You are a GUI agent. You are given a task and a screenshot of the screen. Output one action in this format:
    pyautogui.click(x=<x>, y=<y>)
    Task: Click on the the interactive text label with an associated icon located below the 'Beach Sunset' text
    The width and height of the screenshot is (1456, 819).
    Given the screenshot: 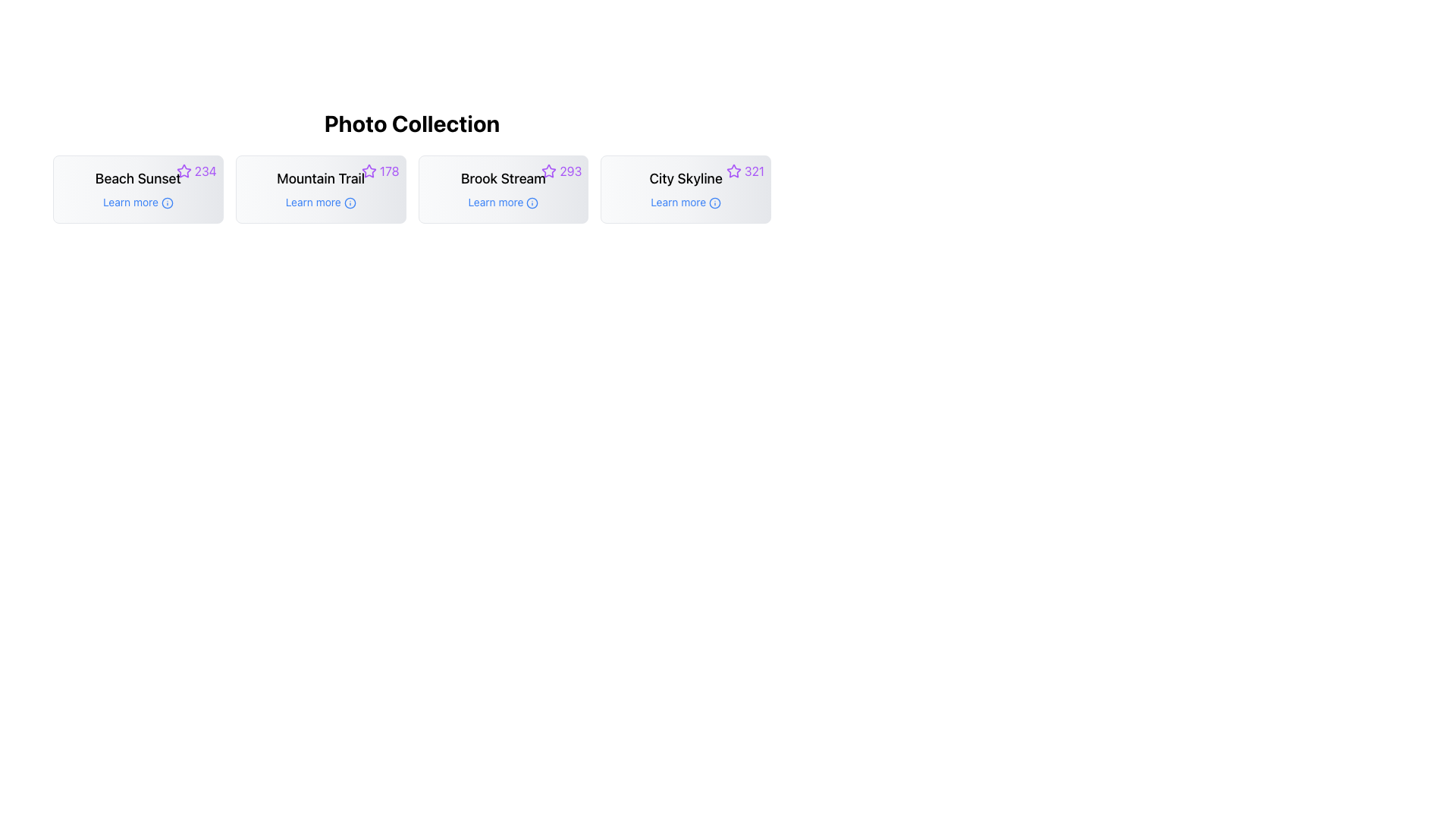 What is the action you would take?
    pyautogui.click(x=138, y=201)
    